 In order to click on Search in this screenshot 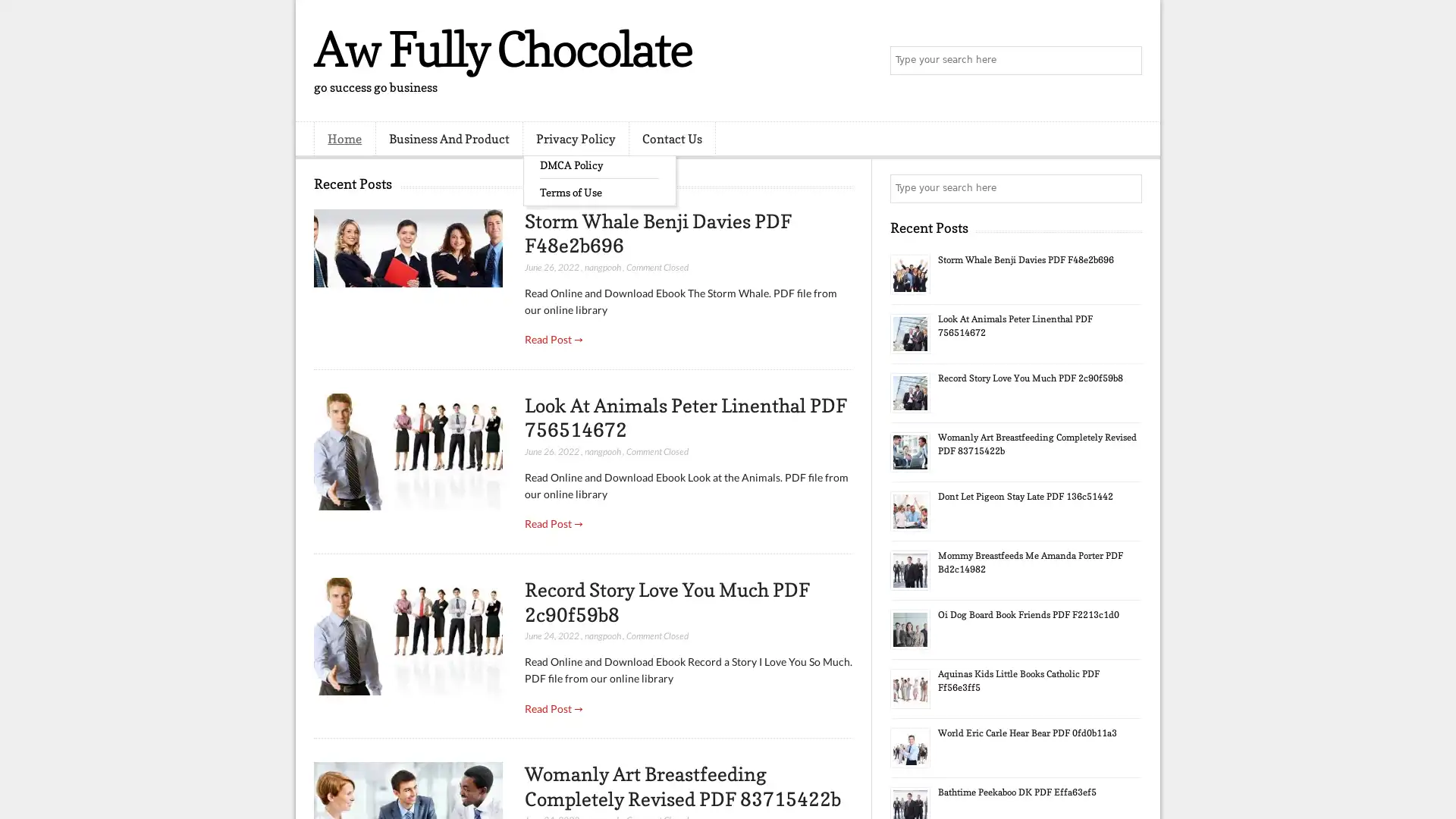, I will do `click(1126, 188)`.